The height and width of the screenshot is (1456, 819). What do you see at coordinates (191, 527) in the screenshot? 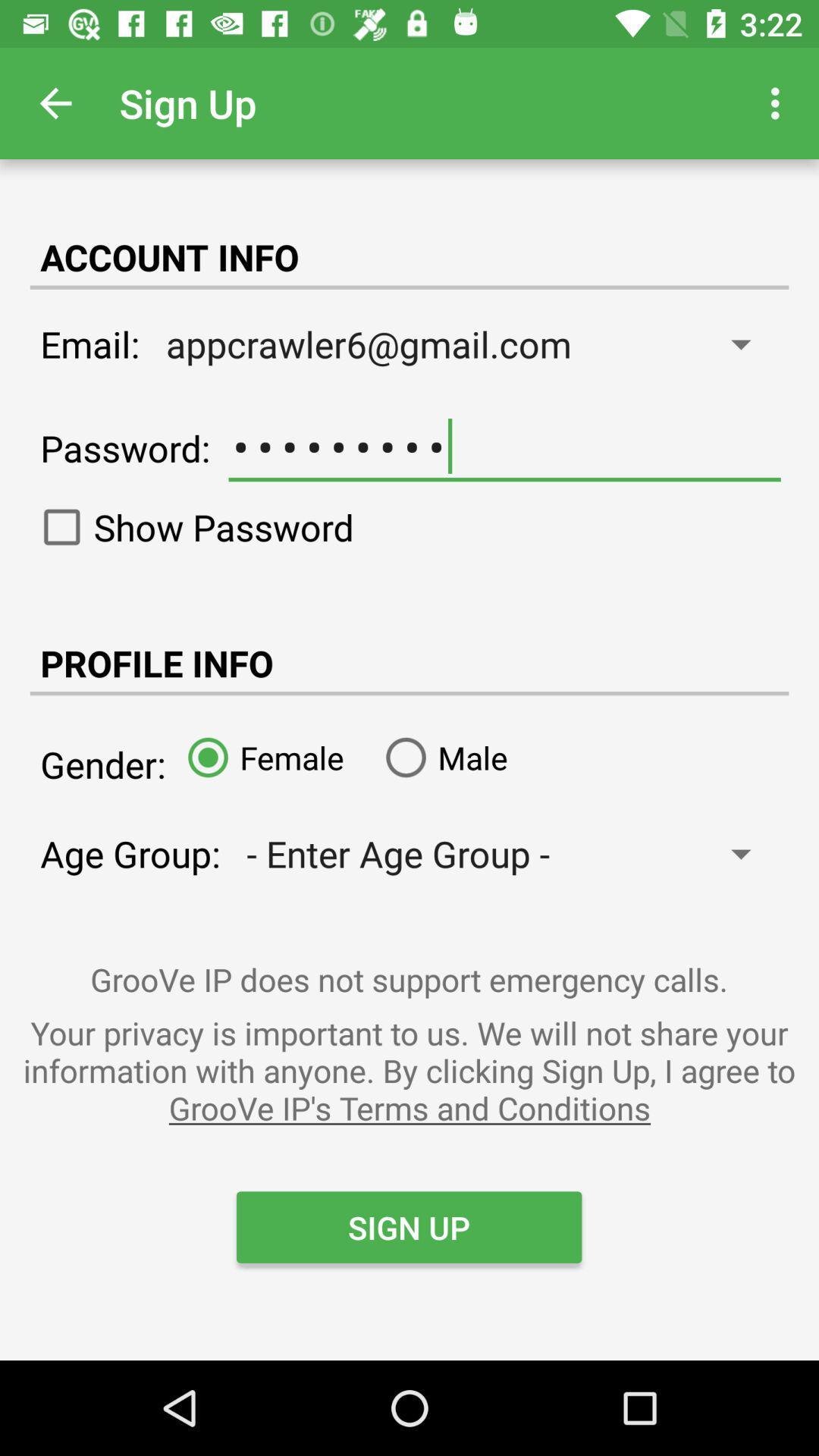
I see `show password` at bounding box center [191, 527].